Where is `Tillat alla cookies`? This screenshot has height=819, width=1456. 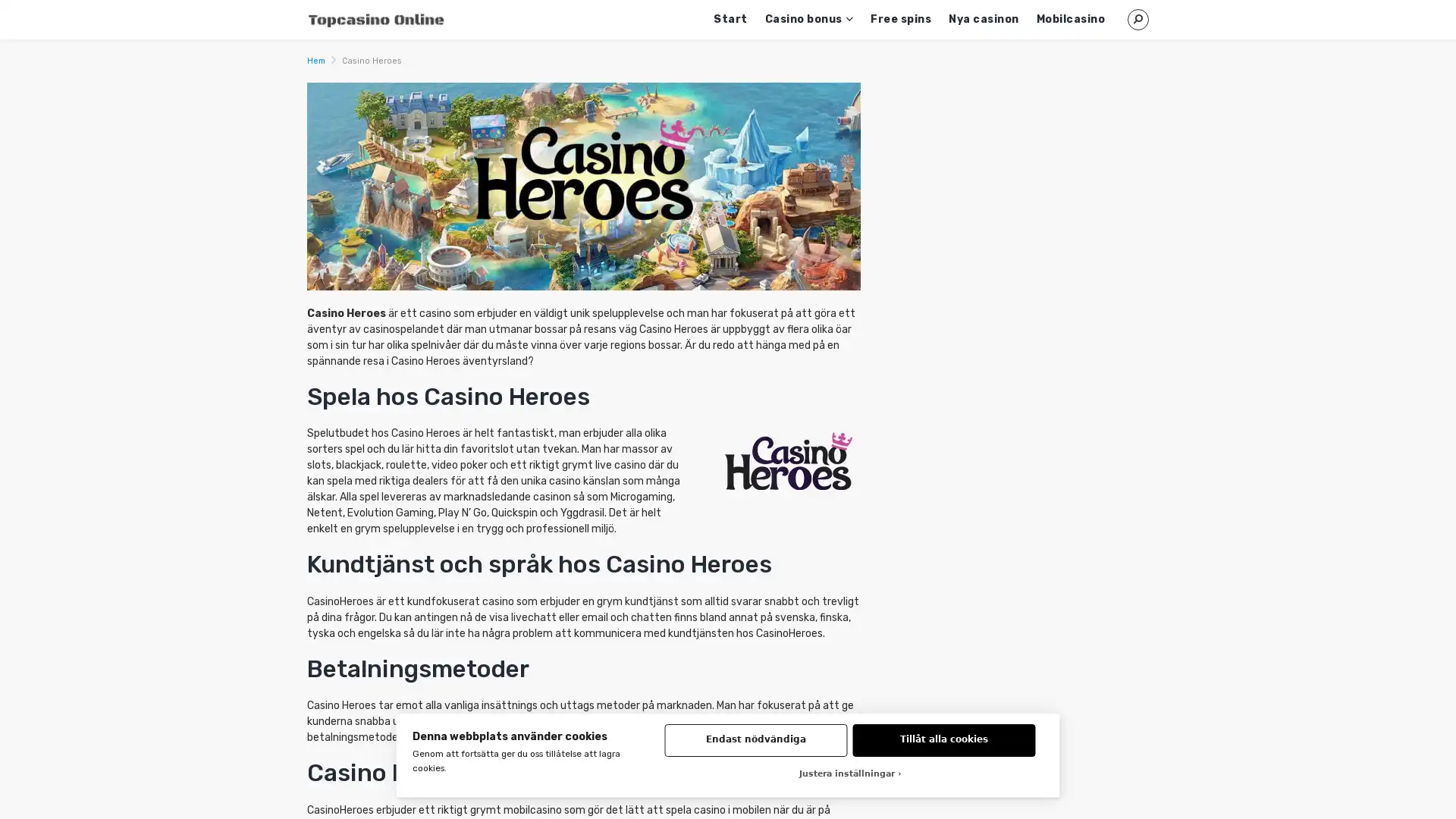
Tillat alla cookies is located at coordinates (943, 739).